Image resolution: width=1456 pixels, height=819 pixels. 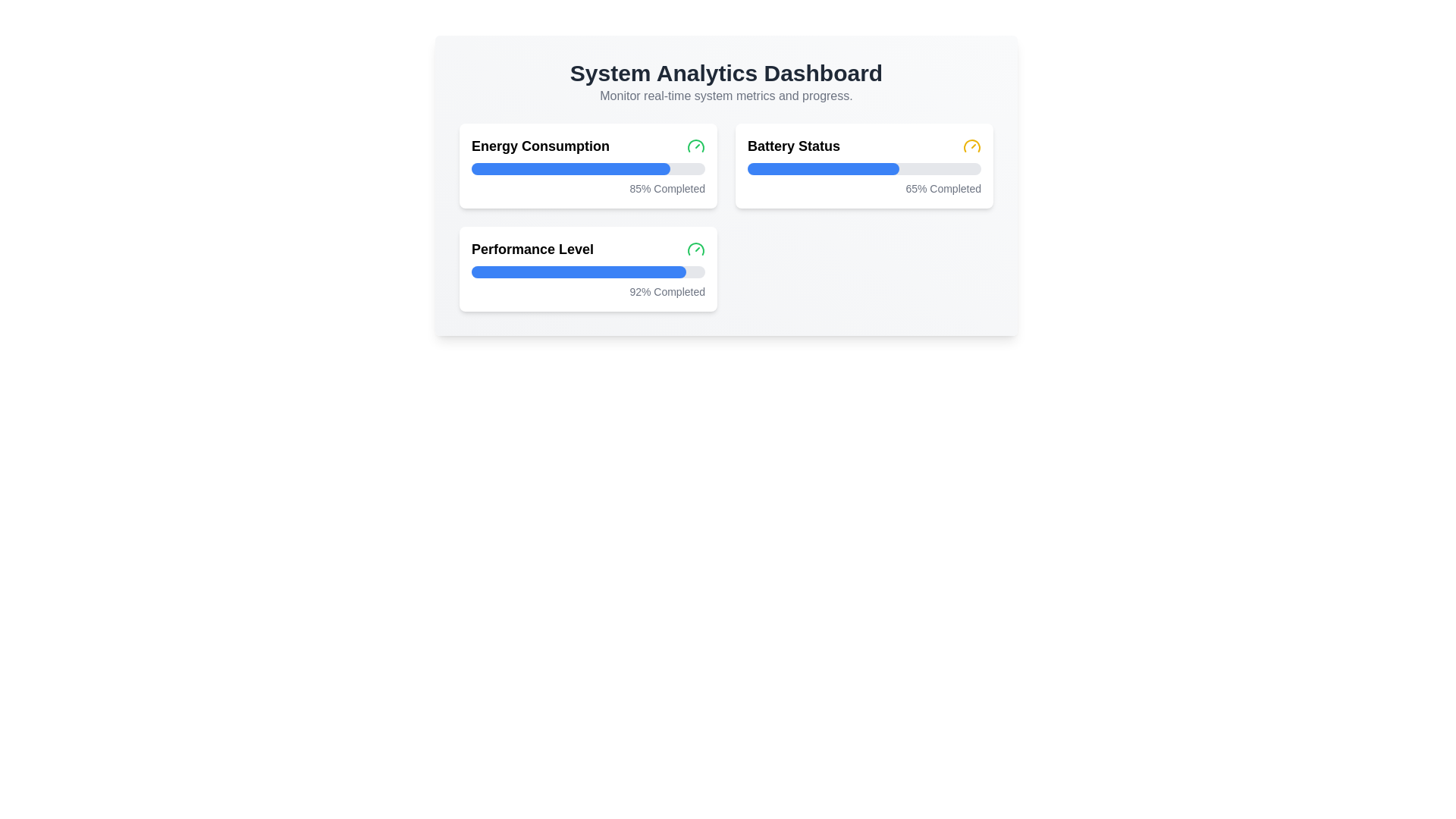 What do you see at coordinates (695, 248) in the screenshot?
I see `the gauge icon with a green stroke color located in the 'Performance Level' section of the user interface` at bounding box center [695, 248].